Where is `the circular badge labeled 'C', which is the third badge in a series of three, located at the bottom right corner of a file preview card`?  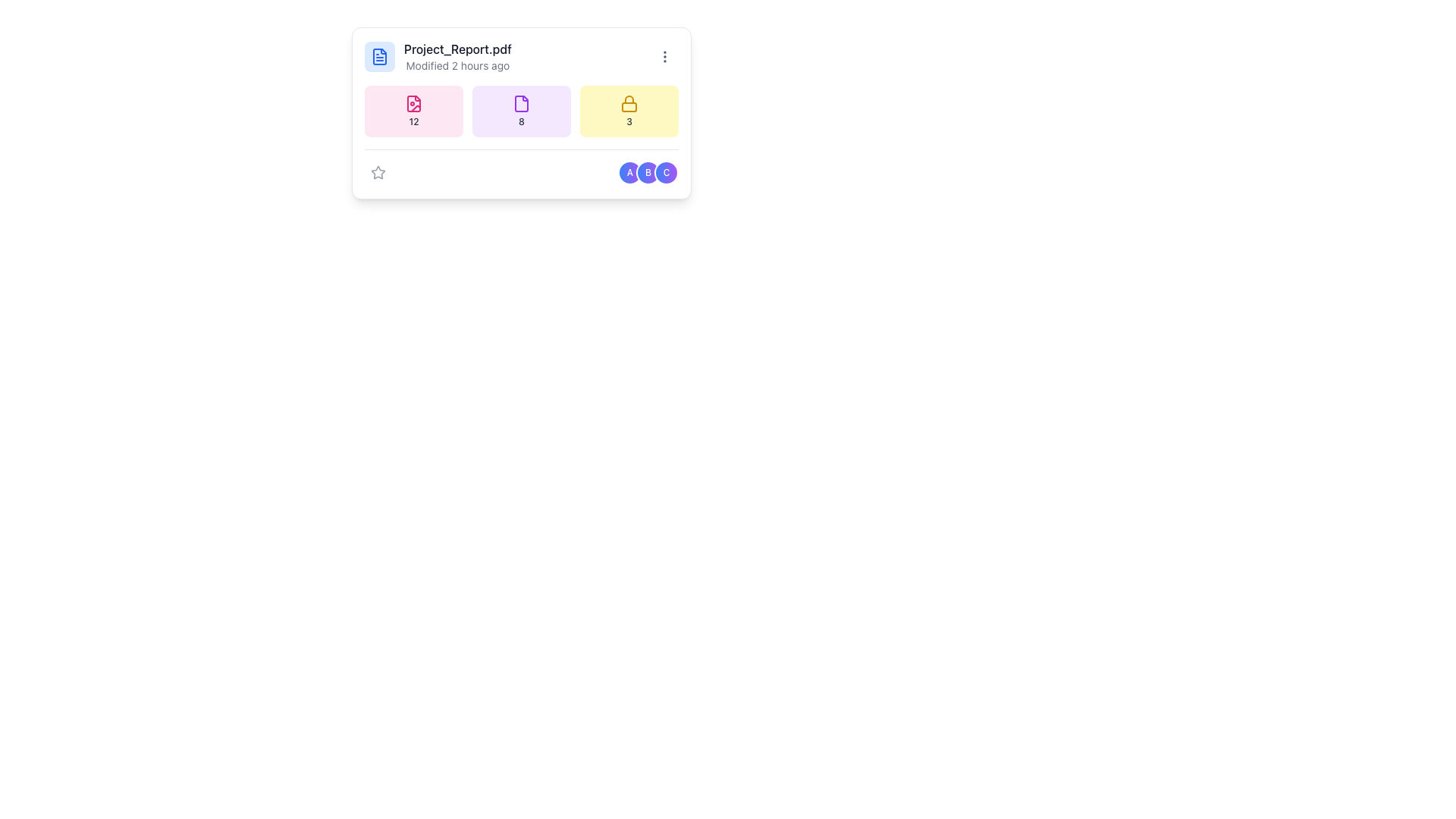 the circular badge labeled 'C', which is the third badge in a series of three, located at the bottom right corner of a file preview card is located at coordinates (666, 171).